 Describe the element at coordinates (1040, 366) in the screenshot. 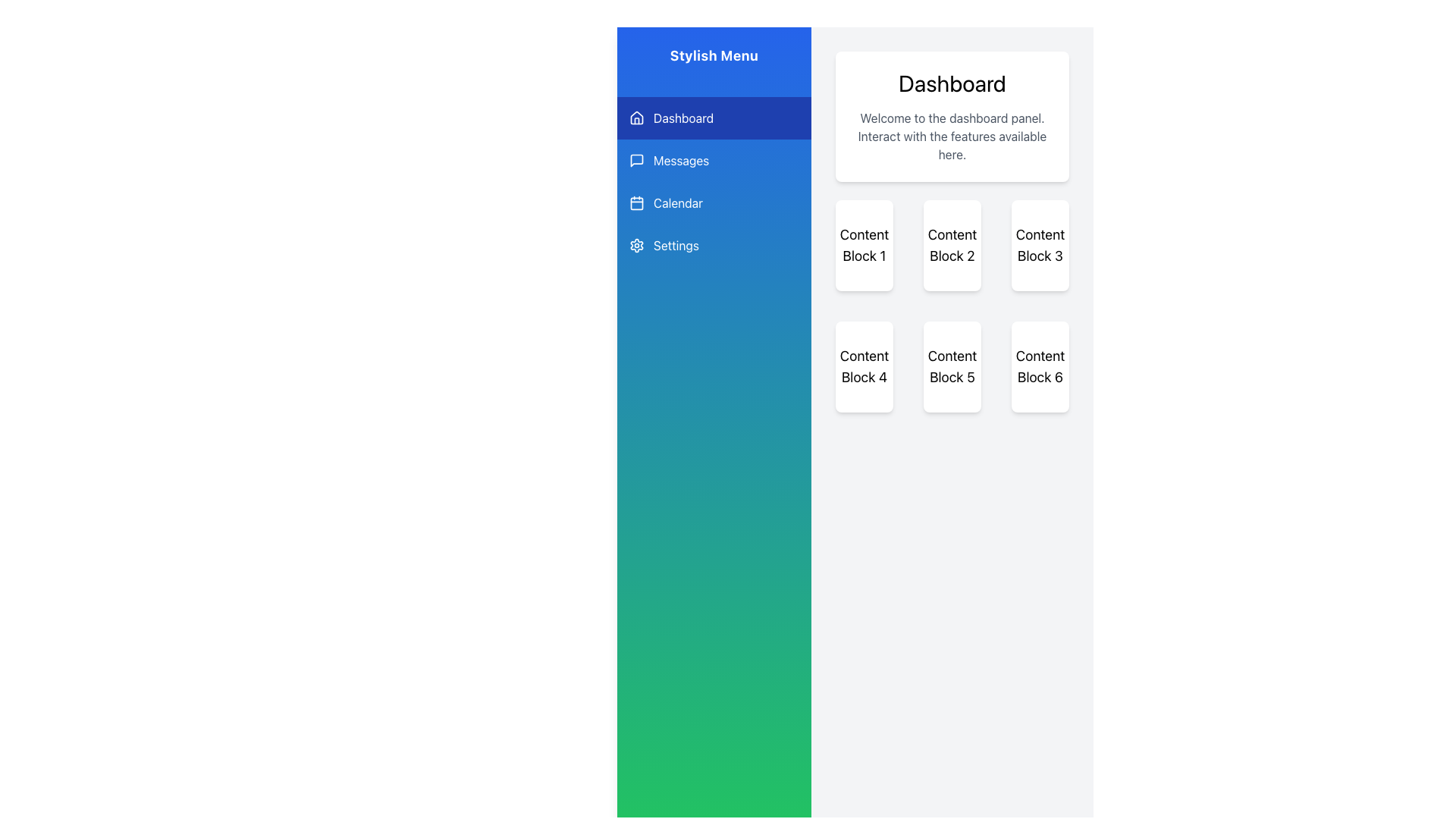

I see `the rectangular, white content block labeled 'Content Block 6' with rounded corners that is positioned in the middle-right region of the interface` at that location.